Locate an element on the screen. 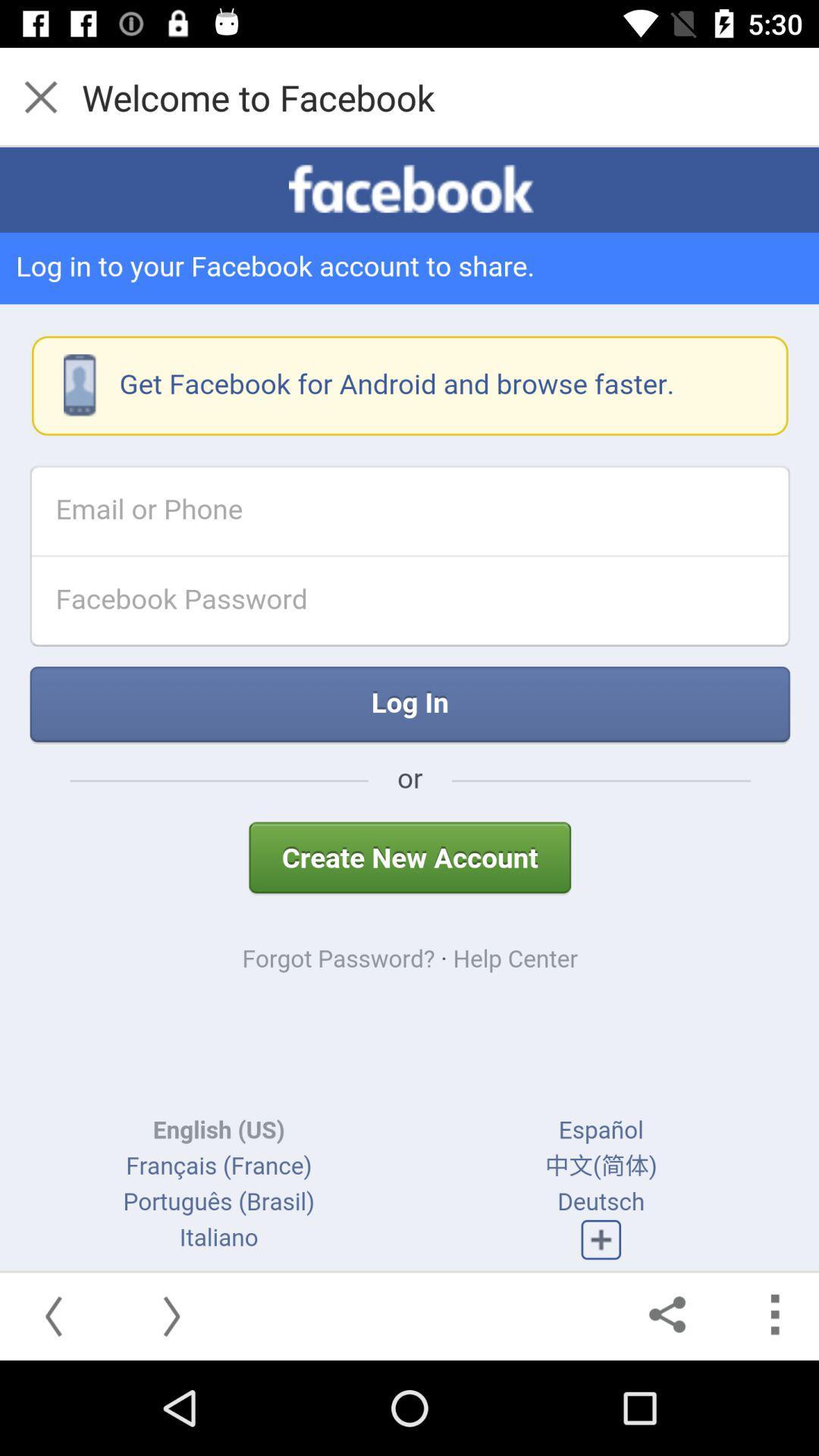 The width and height of the screenshot is (819, 1456). the more icon is located at coordinates (772, 1314).